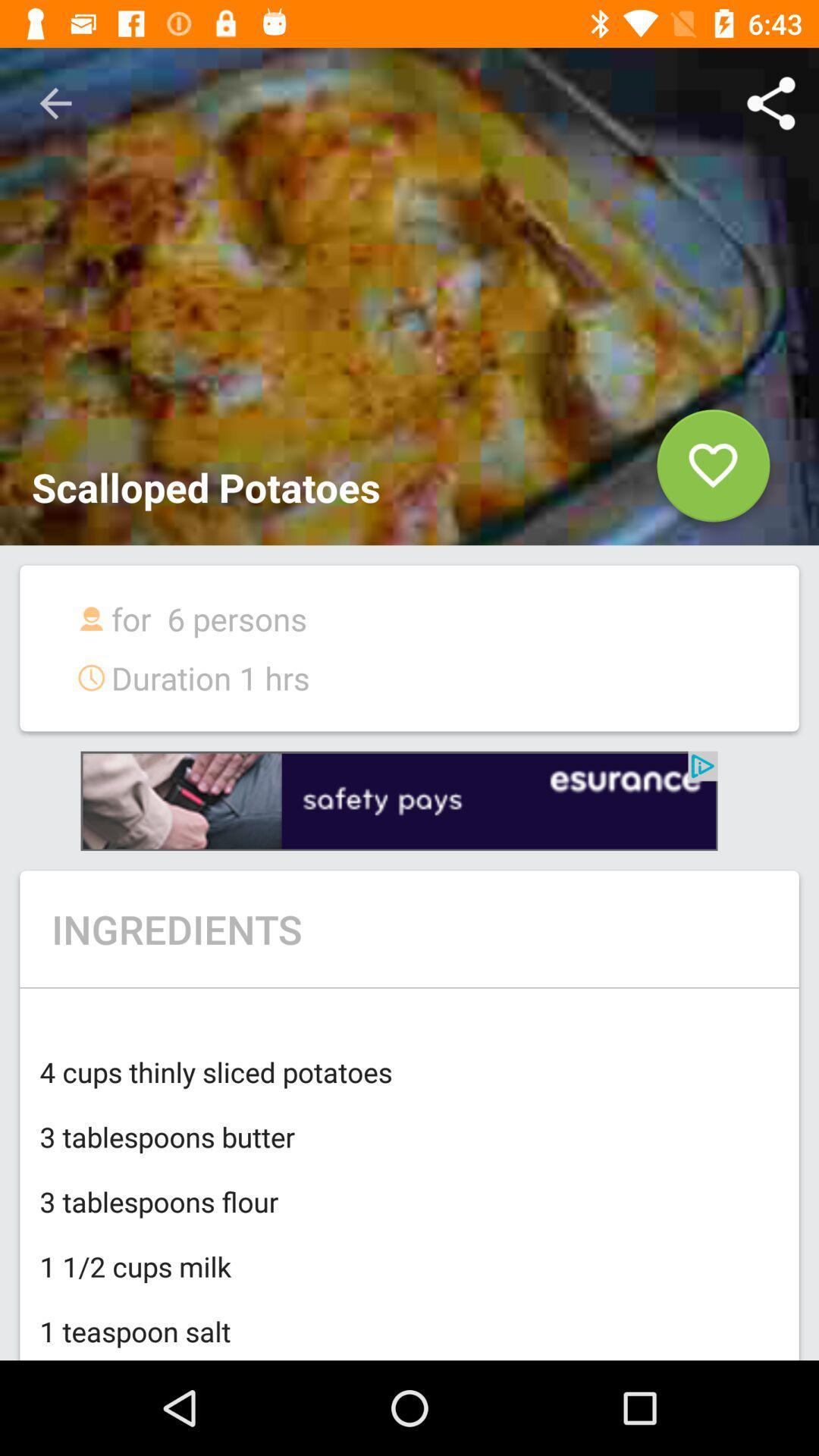  Describe the element at coordinates (713, 471) in the screenshot. I see `like button` at that location.